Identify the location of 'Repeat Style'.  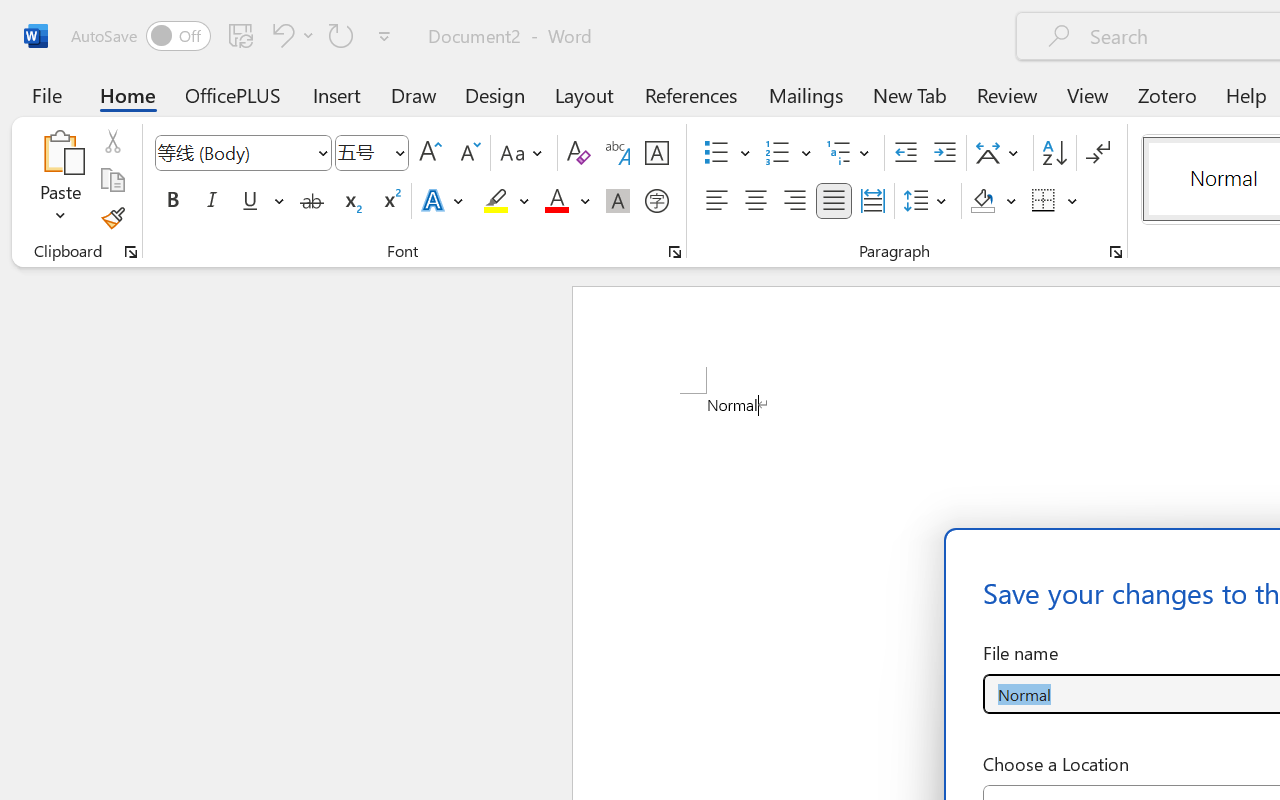
(341, 34).